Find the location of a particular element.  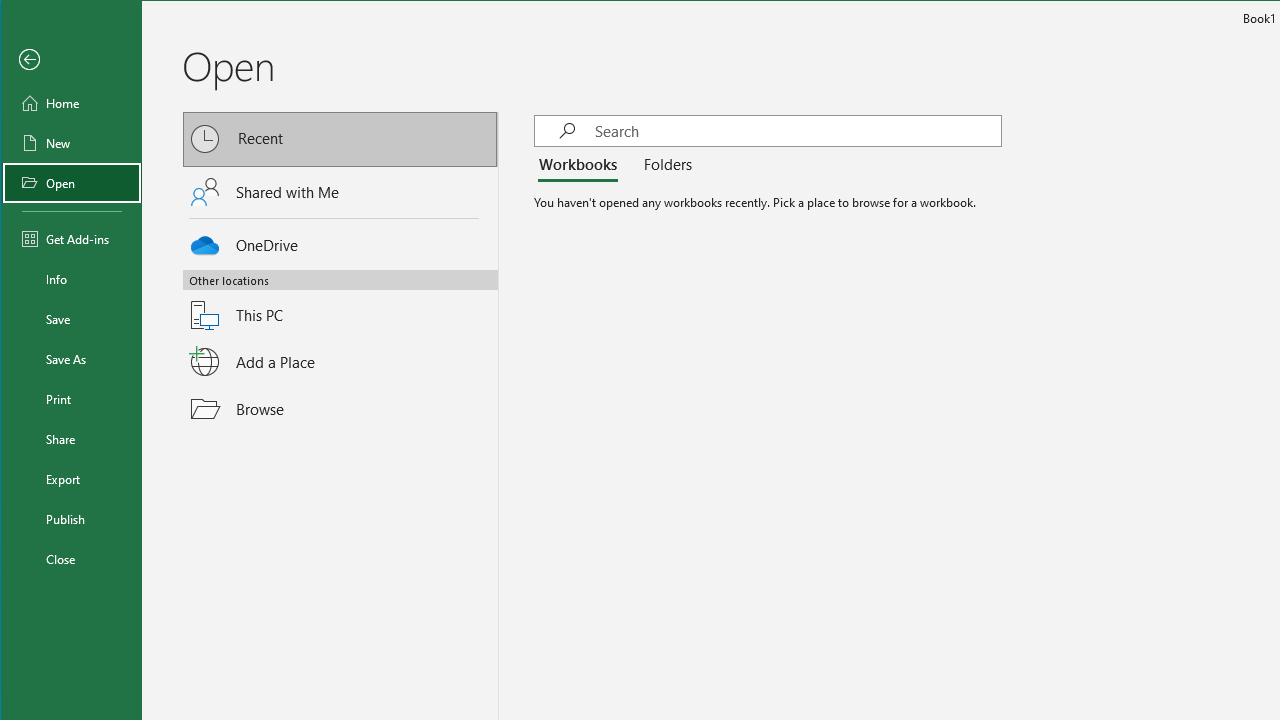

'Print' is located at coordinates (72, 398).